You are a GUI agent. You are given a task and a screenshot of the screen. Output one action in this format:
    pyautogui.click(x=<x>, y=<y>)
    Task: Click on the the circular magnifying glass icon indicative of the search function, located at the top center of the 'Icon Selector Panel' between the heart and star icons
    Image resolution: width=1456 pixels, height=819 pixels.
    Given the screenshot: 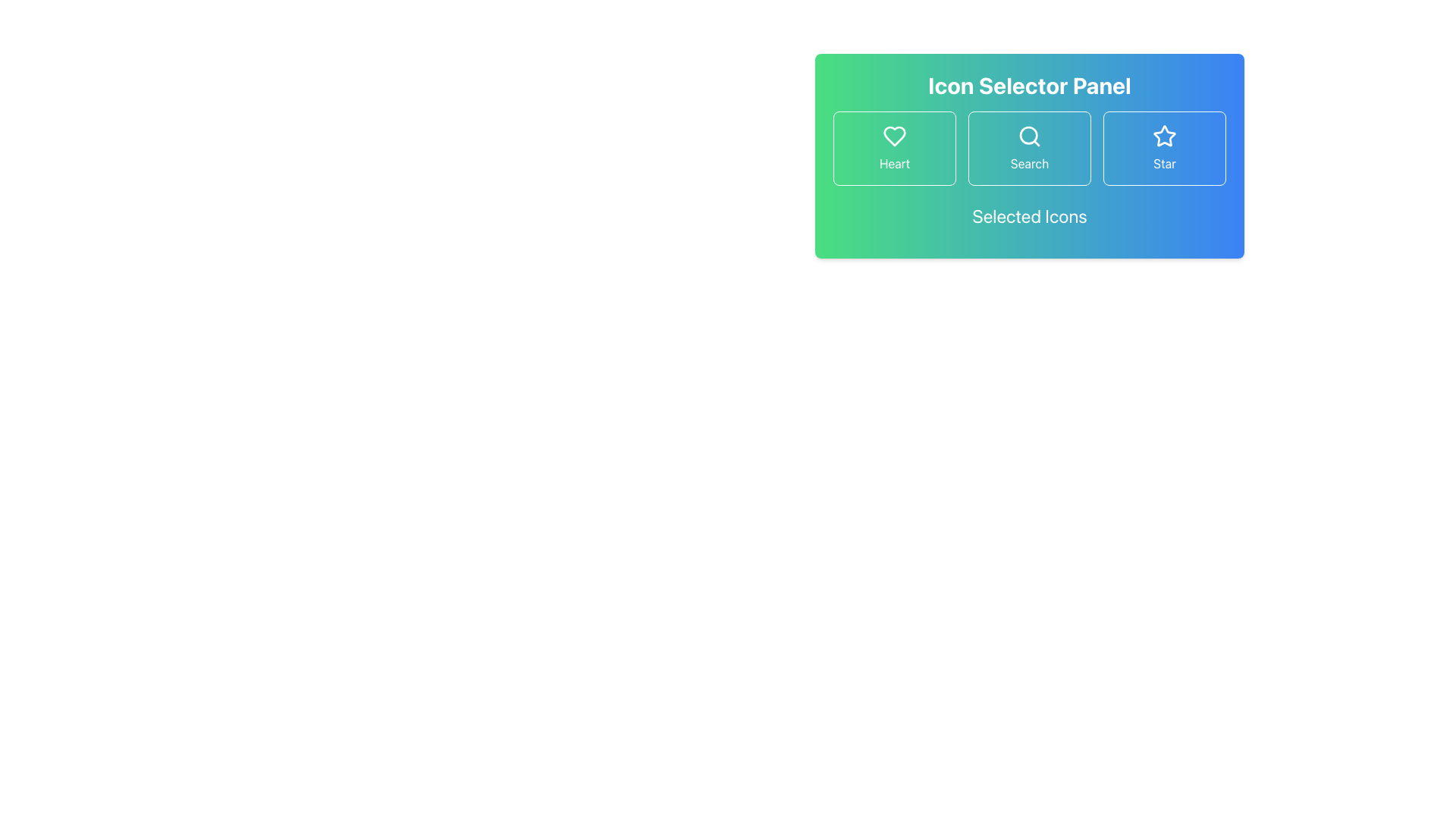 What is the action you would take?
    pyautogui.click(x=1030, y=136)
    